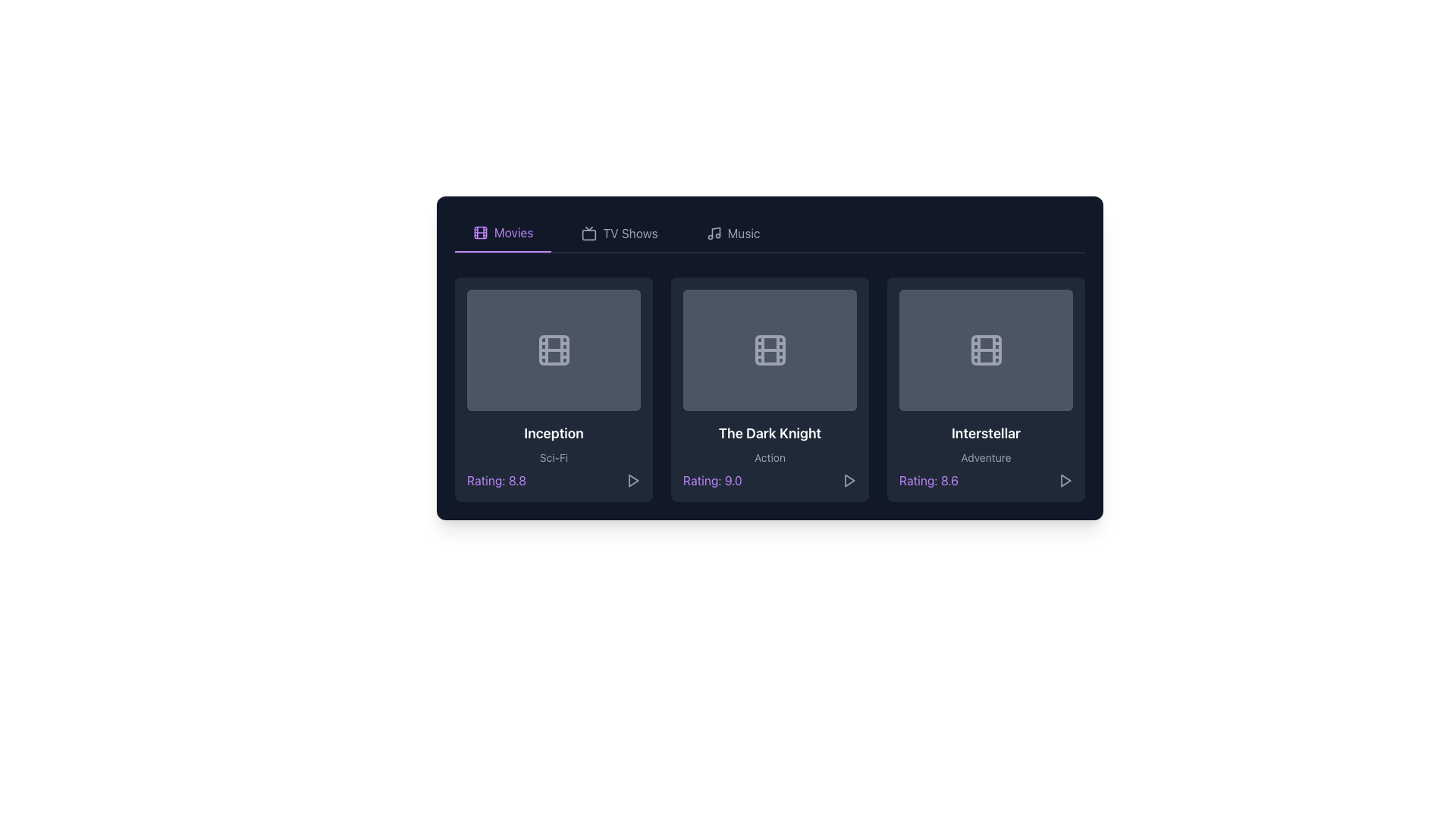 This screenshot has width=1456, height=819. Describe the element at coordinates (733, 234) in the screenshot. I see `the 'Music' navigation tab, which is the third tab in the navigation bar` at that location.